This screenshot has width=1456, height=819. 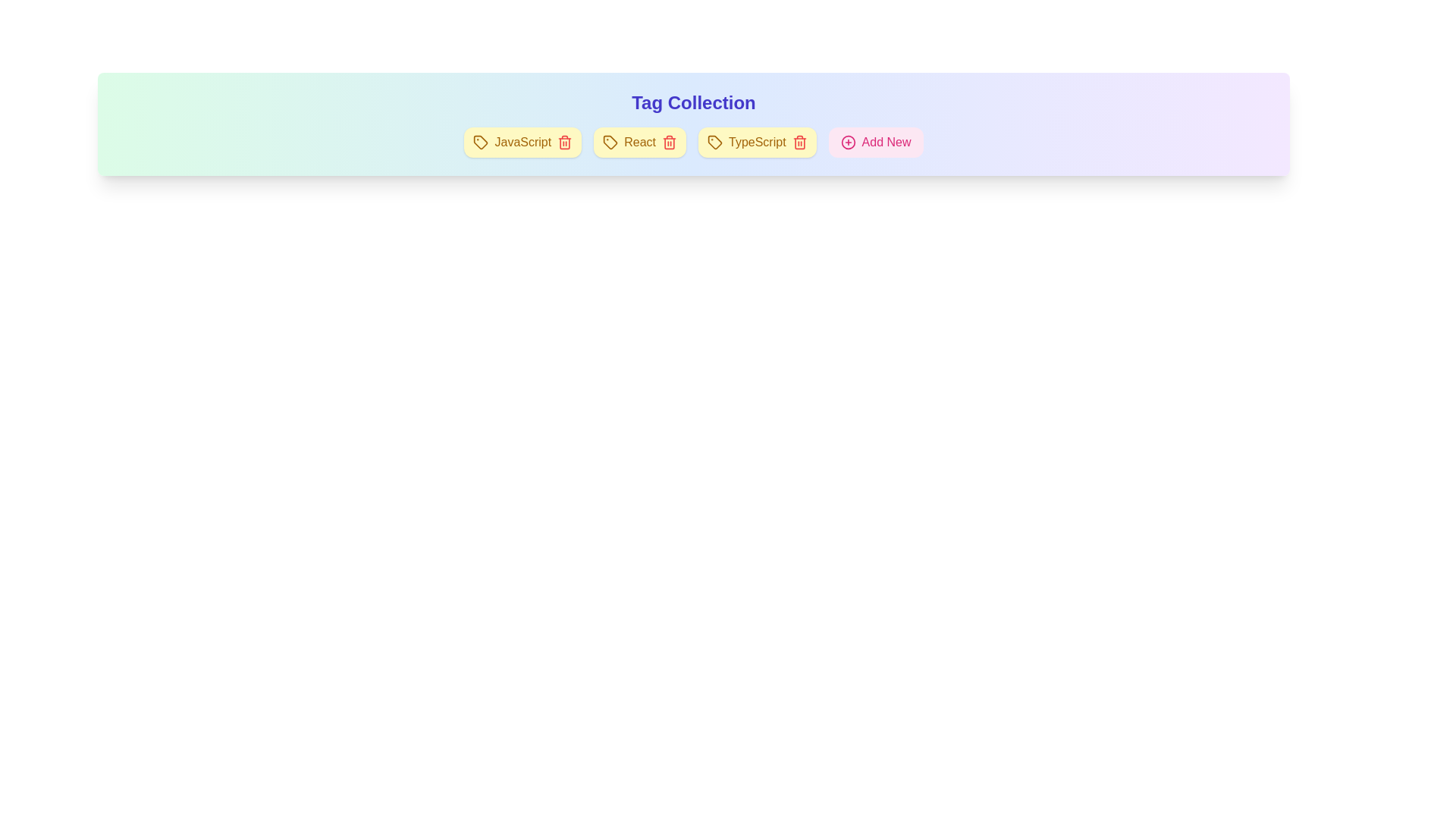 What do you see at coordinates (847, 143) in the screenshot?
I see `the circular plus sign SVG icon within the 'Add New' button located at the far-right end of the tag list to observe interaction effects` at bounding box center [847, 143].